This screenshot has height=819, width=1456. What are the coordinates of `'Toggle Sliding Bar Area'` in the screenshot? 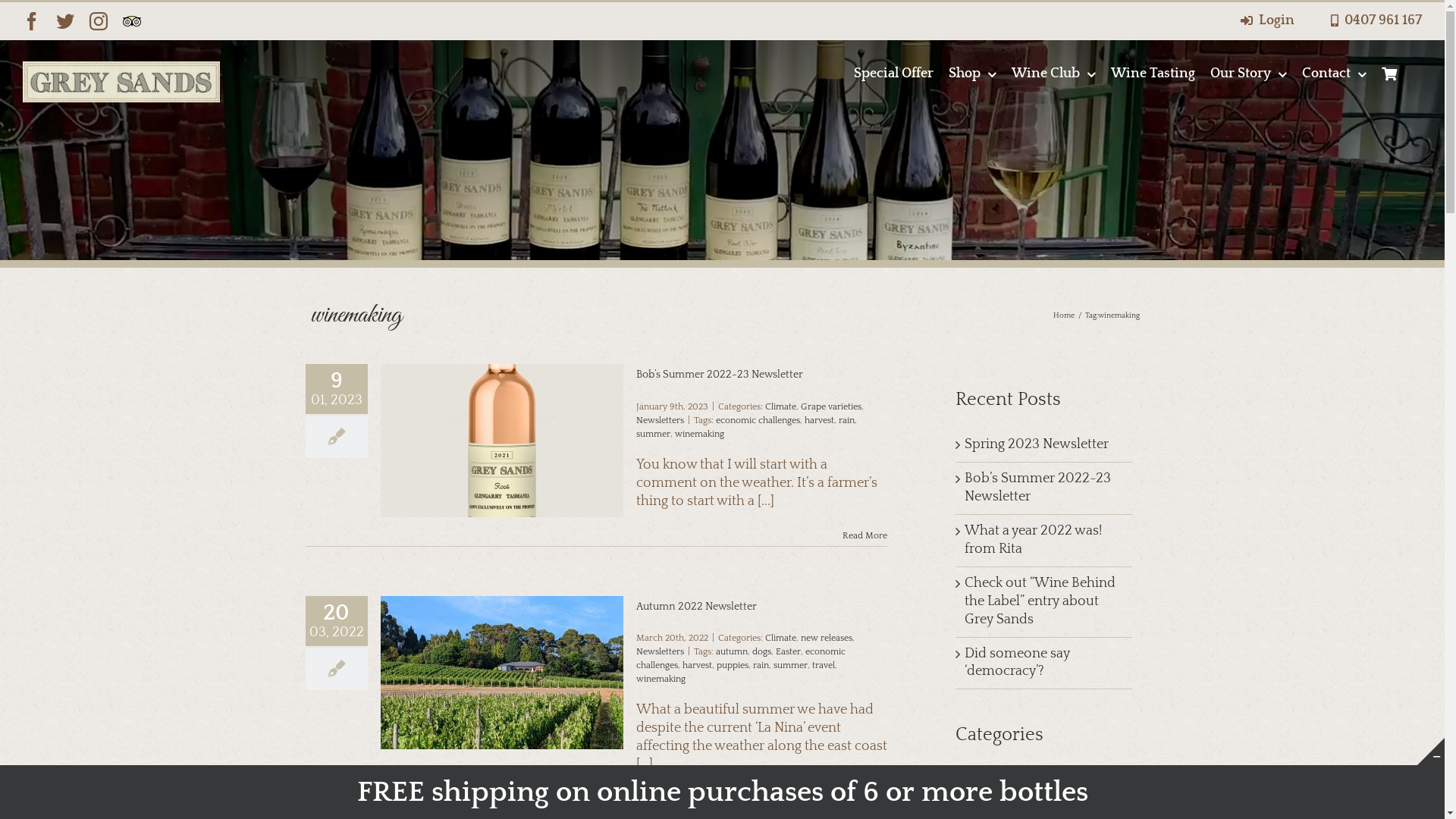 It's located at (1429, 752).